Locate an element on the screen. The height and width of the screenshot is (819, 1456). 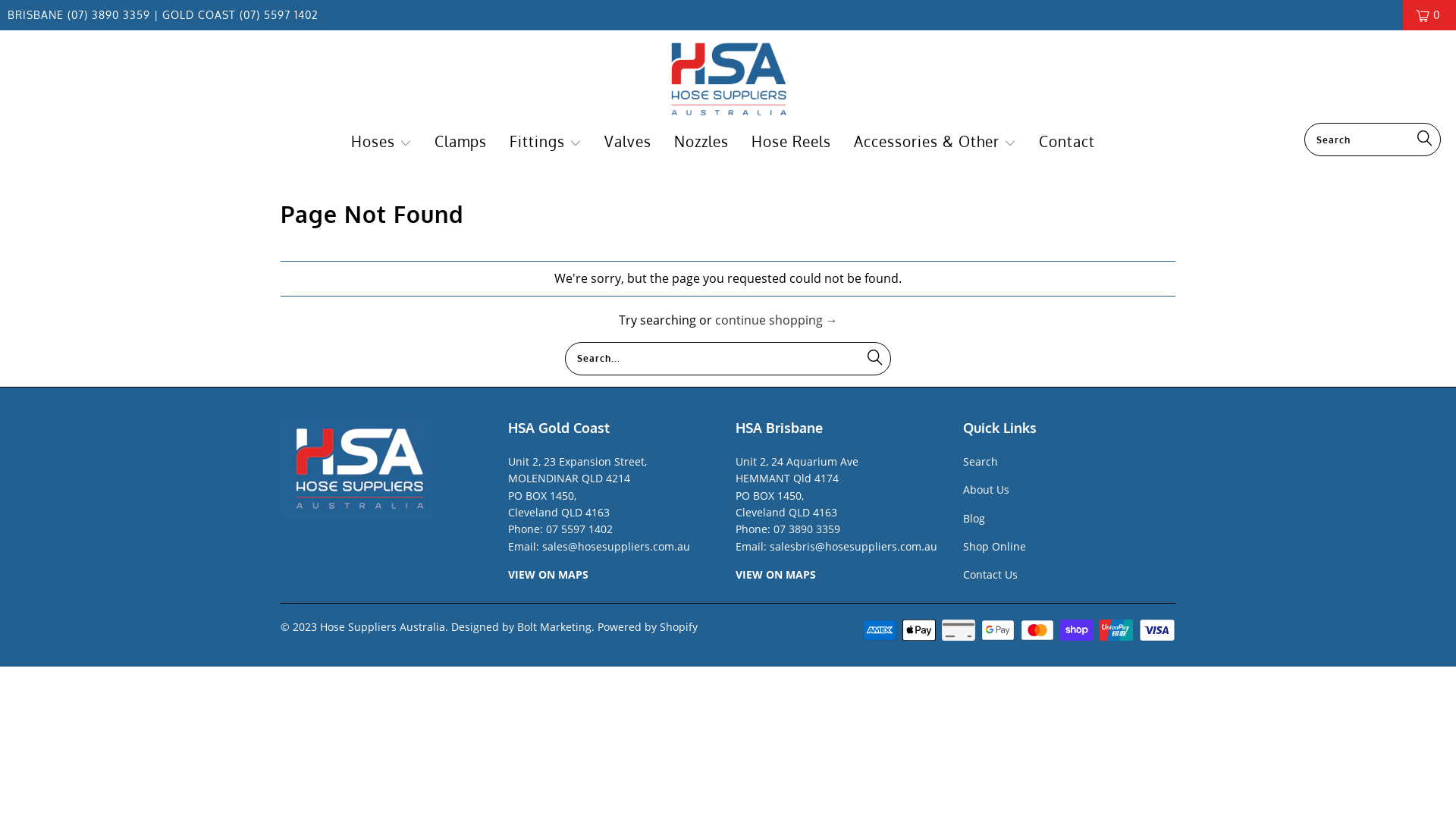
'Nozzles' is located at coordinates (701, 142).